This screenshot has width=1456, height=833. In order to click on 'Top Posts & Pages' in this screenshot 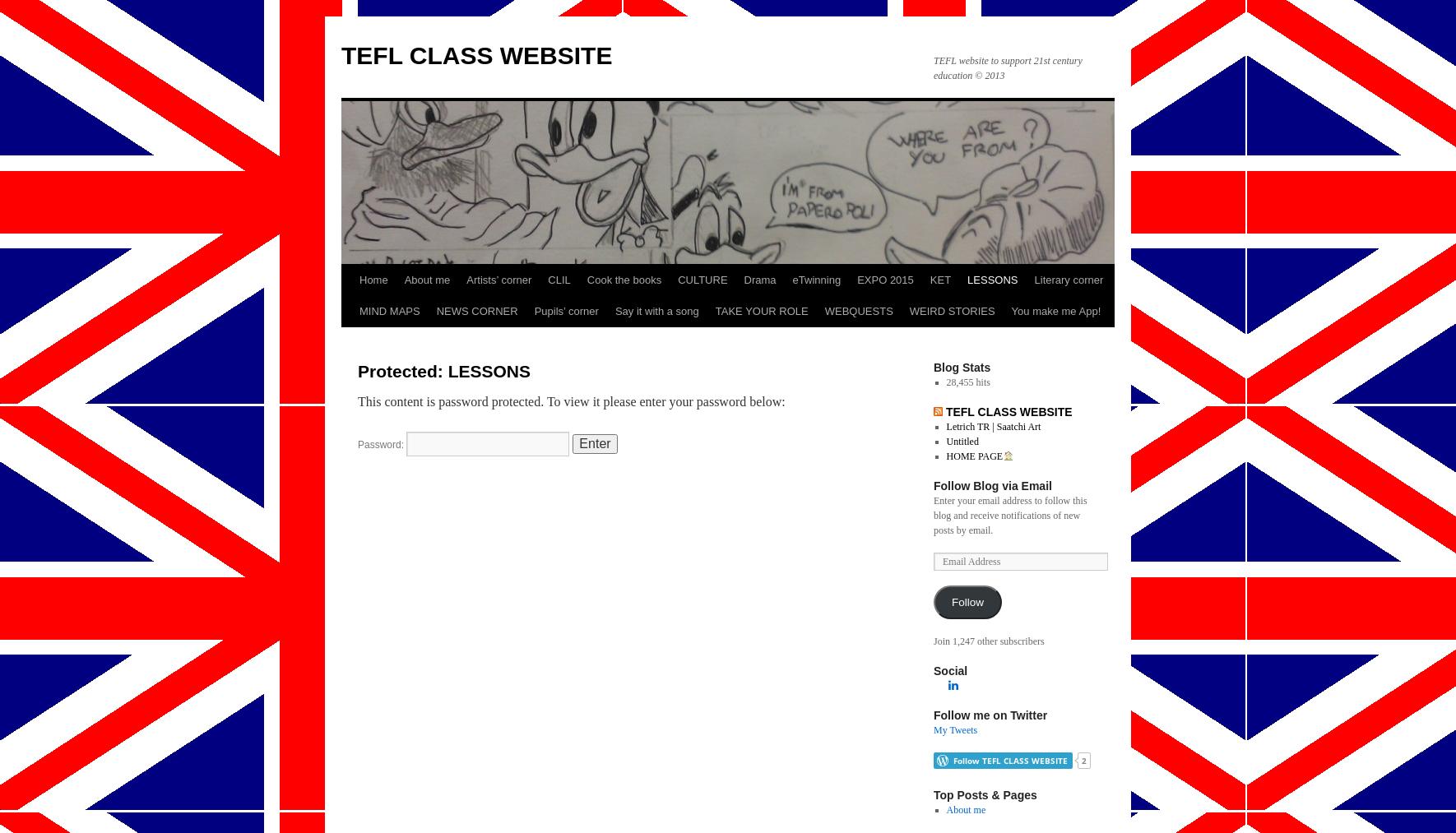, I will do `click(933, 795)`.